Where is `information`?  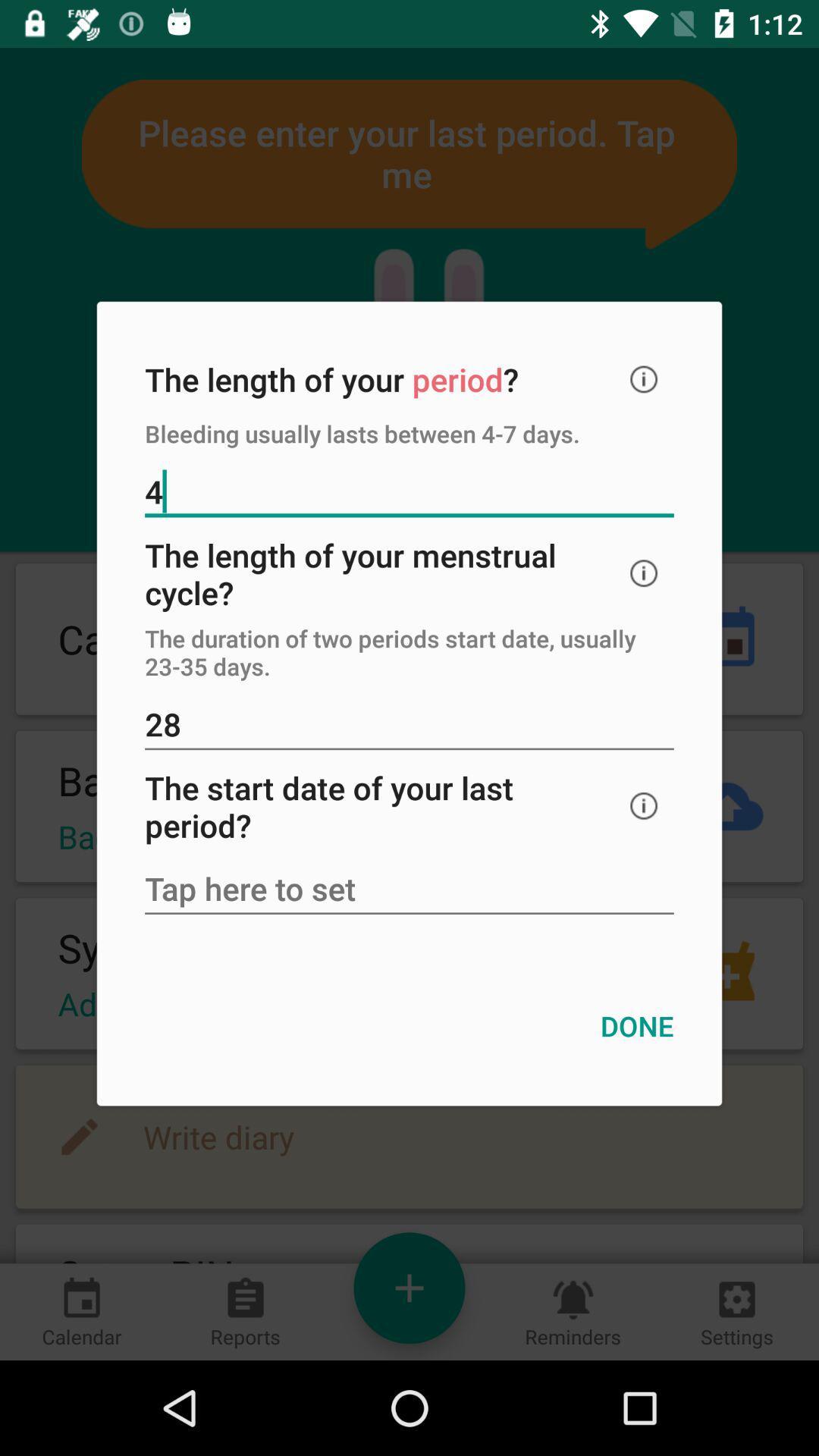 information is located at coordinates (644, 379).